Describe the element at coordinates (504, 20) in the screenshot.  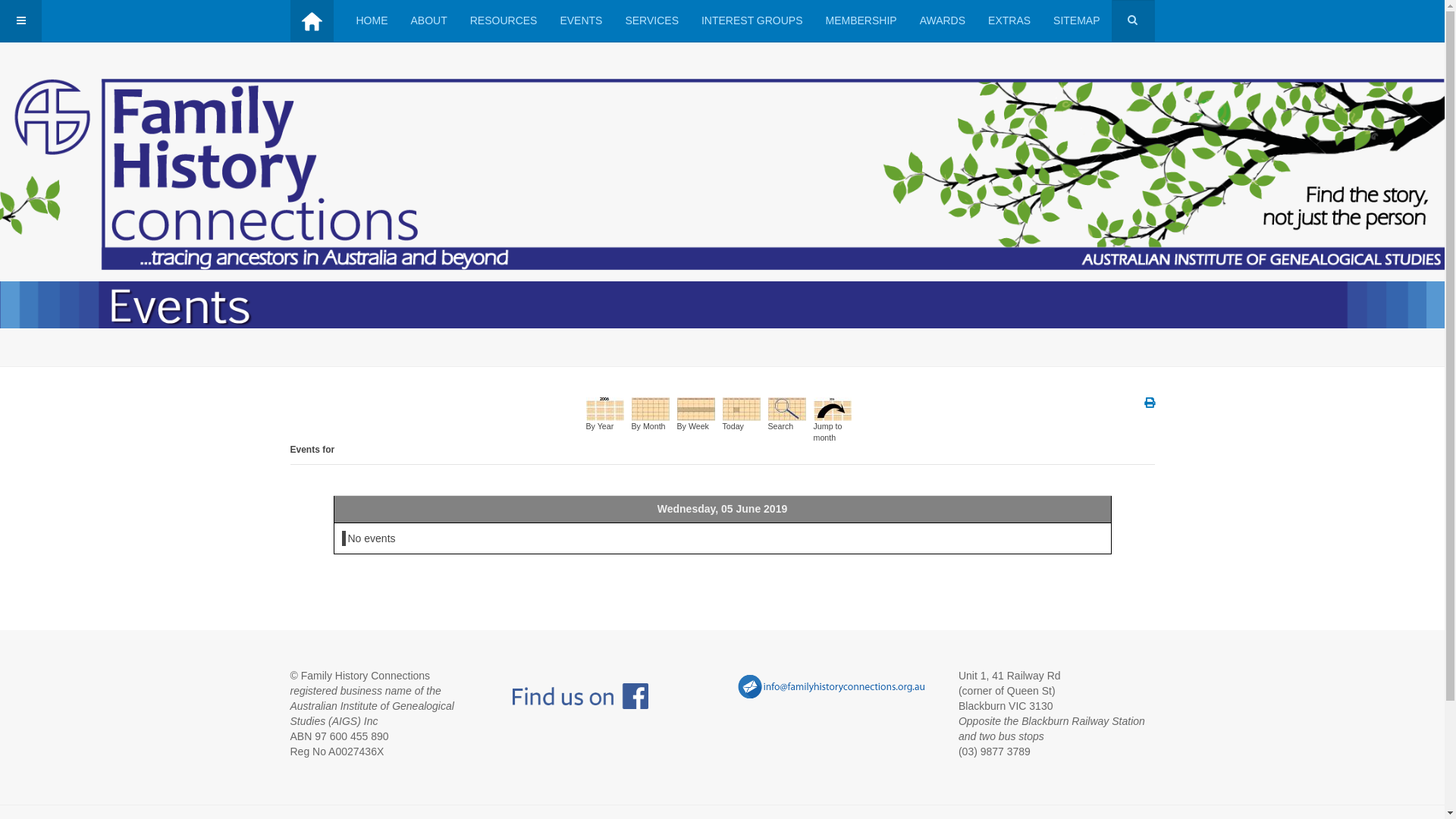
I see `'RESOURCES'` at that location.